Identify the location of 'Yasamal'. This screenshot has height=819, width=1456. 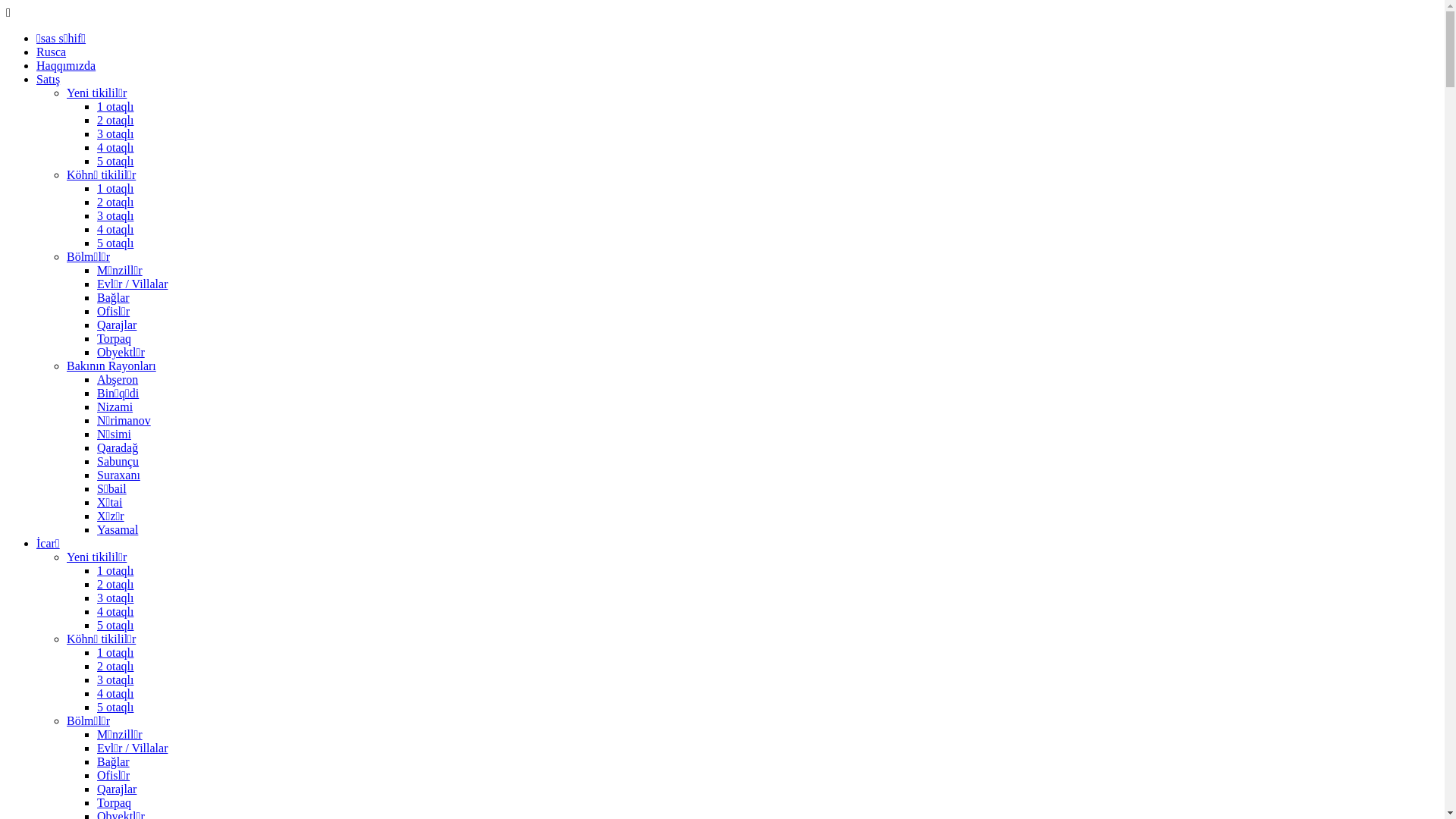
(96, 529).